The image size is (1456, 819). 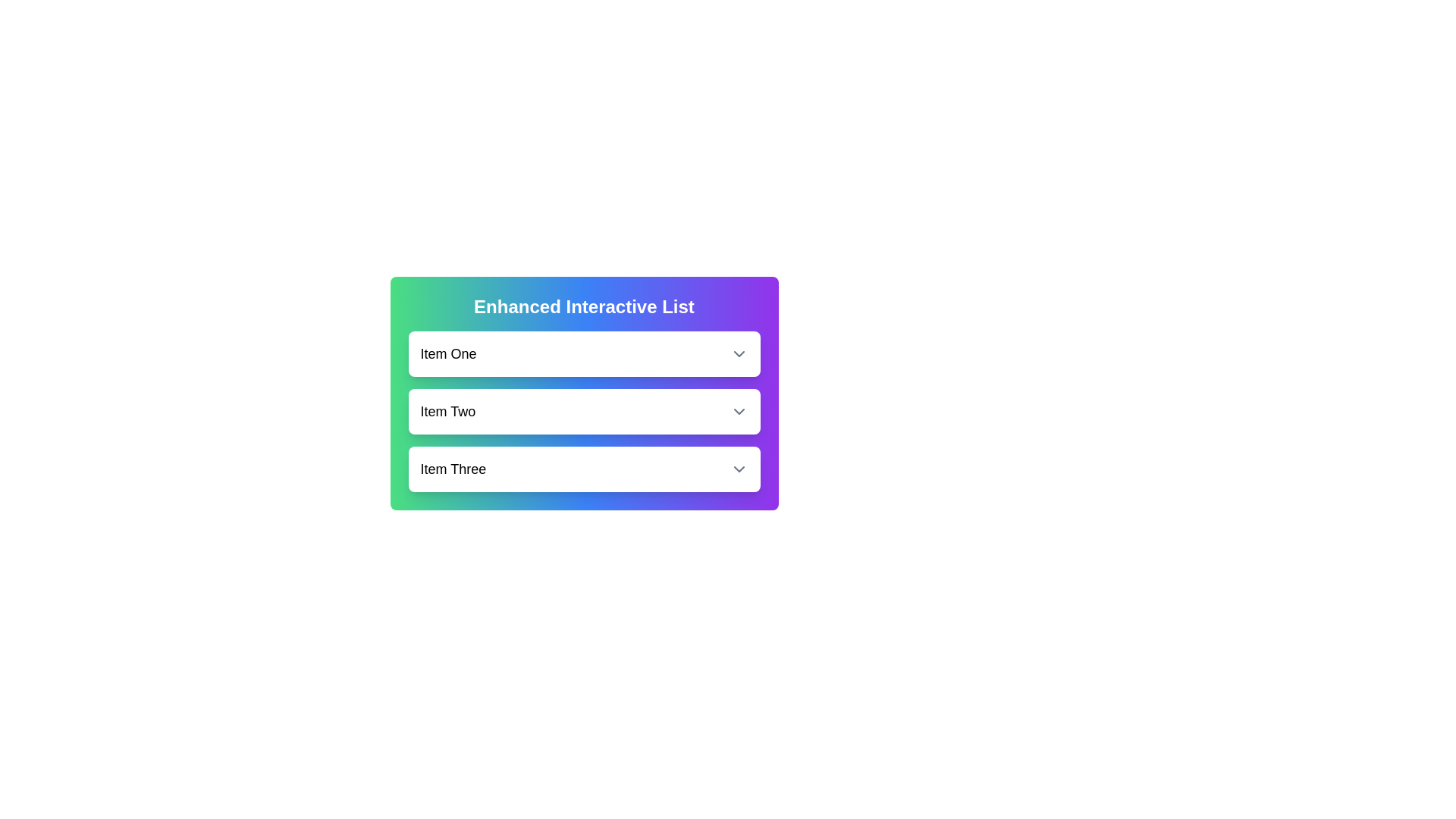 I want to click on the first dropdown item labeled 'Item One', so click(x=583, y=353).